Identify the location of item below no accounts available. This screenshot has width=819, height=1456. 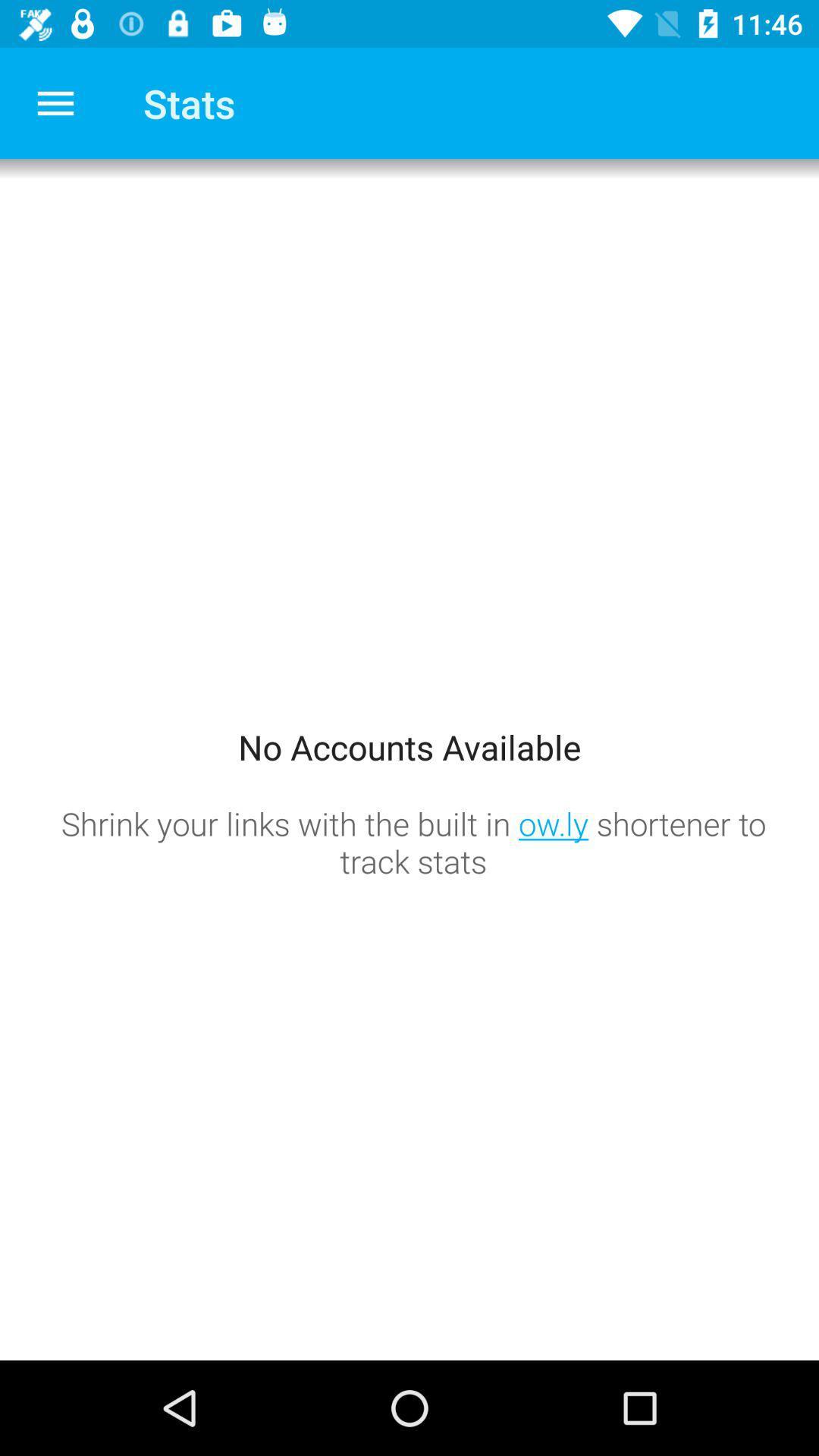
(413, 841).